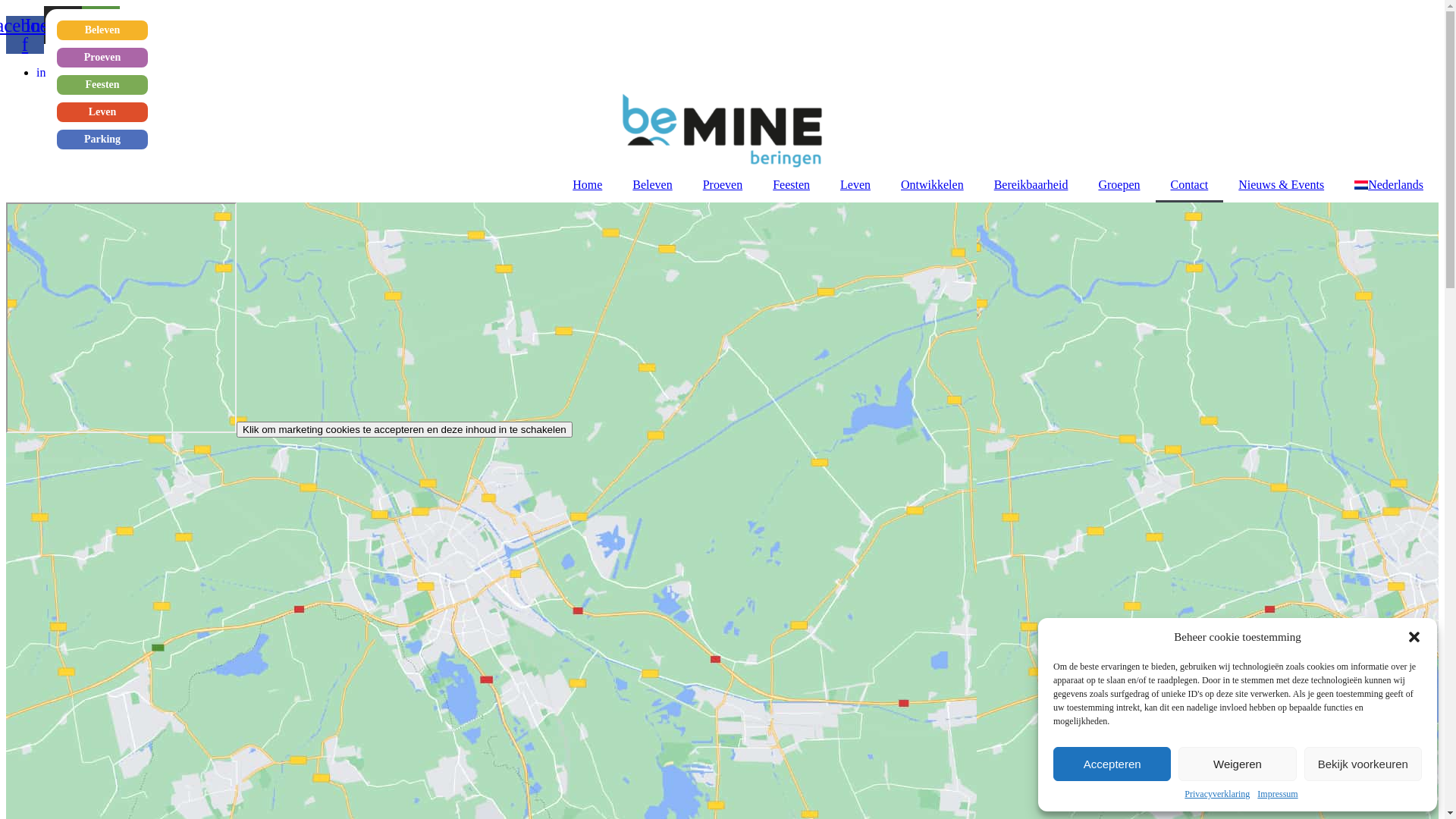 The width and height of the screenshot is (1456, 819). What do you see at coordinates (1363, 764) in the screenshot?
I see `'Bekijk voorkeuren'` at bounding box center [1363, 764].